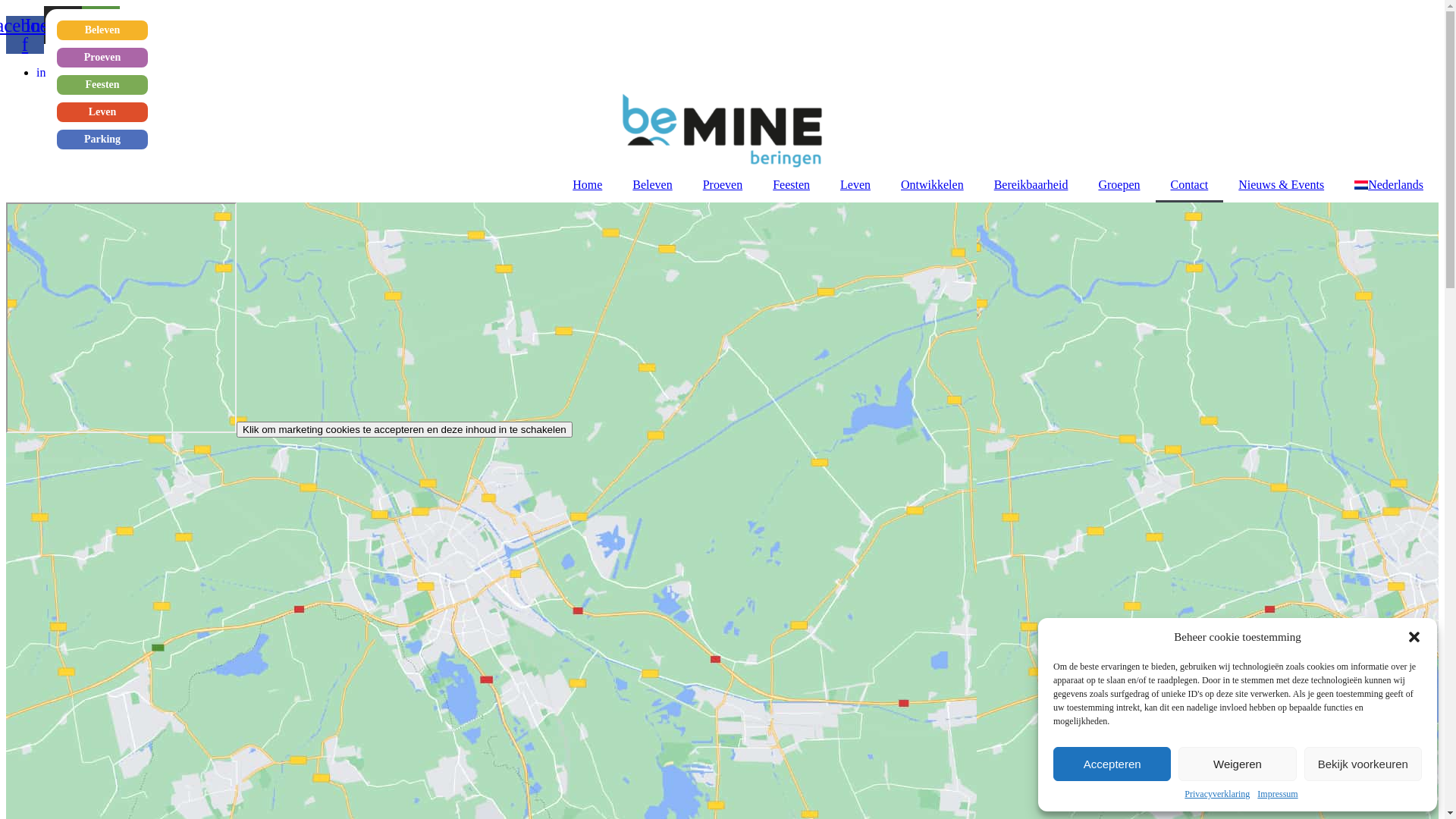 The width and height of the screenshot is (1456, 819). What do you see at coordinates (1363, 764) in the screenshot?
I see `'Bekijk voorkeuren'` at bounding box center [1363, 764].